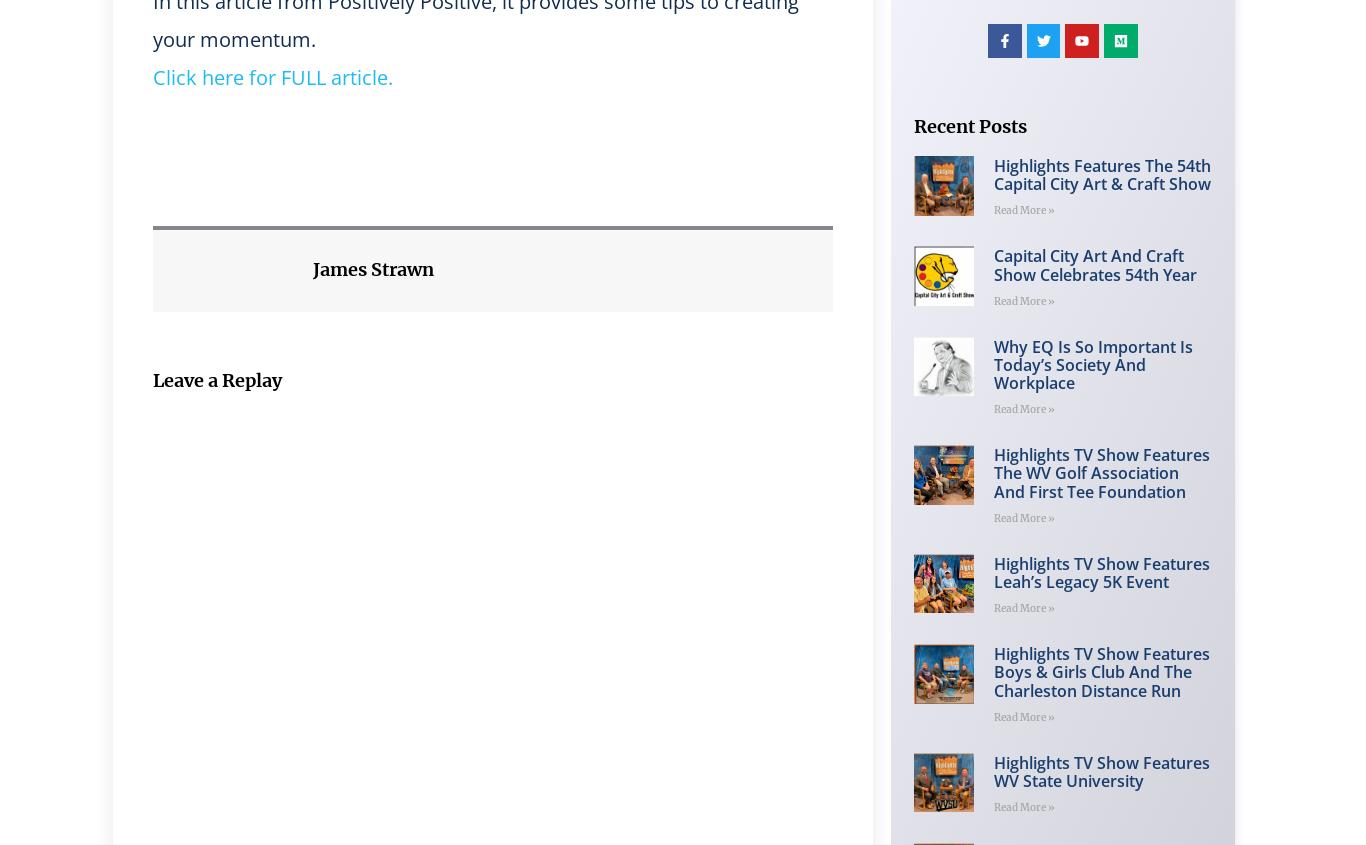 The width and height of the screenshot is (1366, 845). What do you see at coordinates (1099, 473) in the screenshot?
I see `'Highlights TV Show Features the WV Golf Association and First Tee Foundation'` at bounding box center [1099, 473].